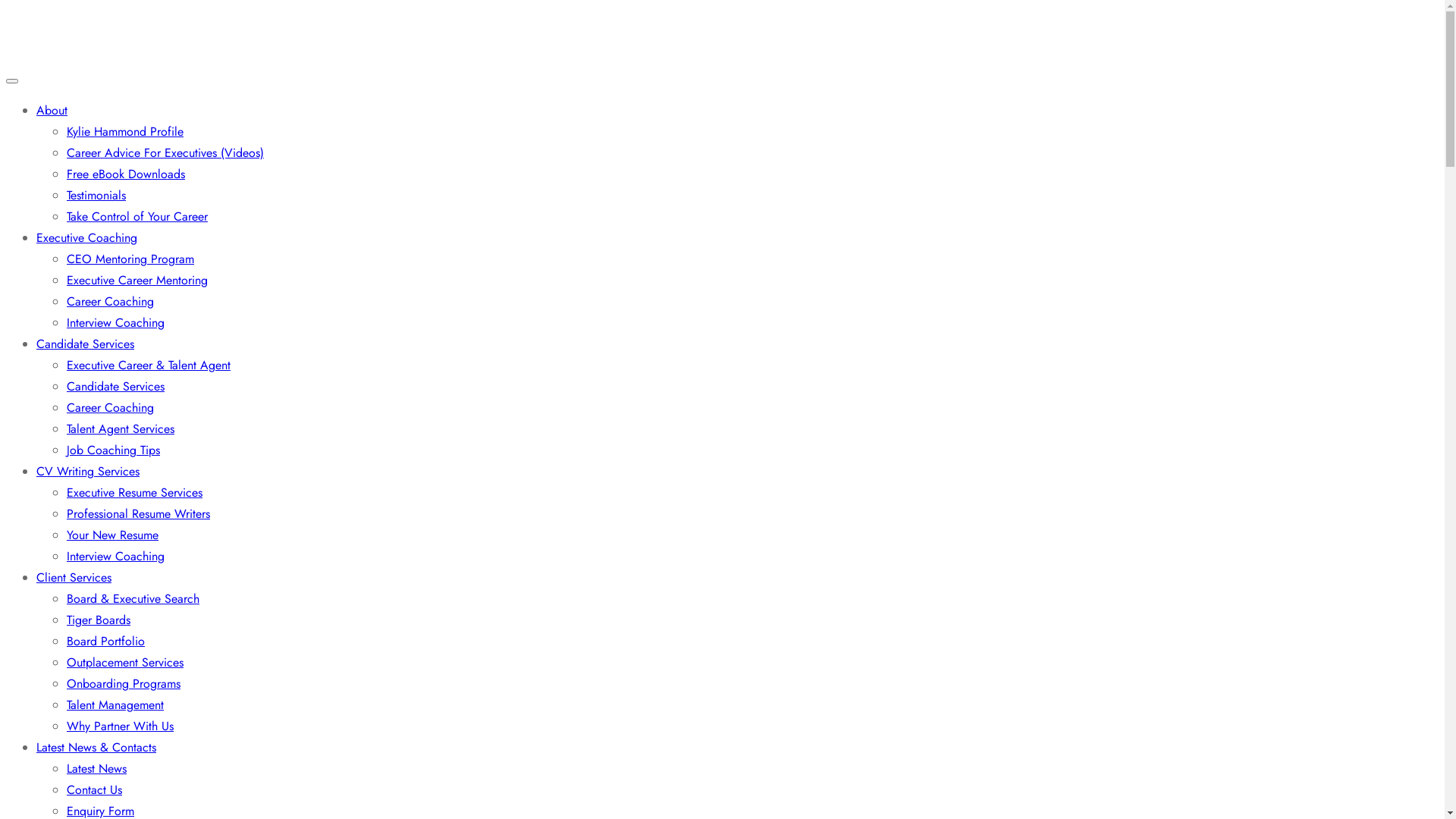 The image size is (1456, 819). Describe the element at coordinates (95, 746) in the screenshot. I see `'Latest News & Contacts'` at that location.